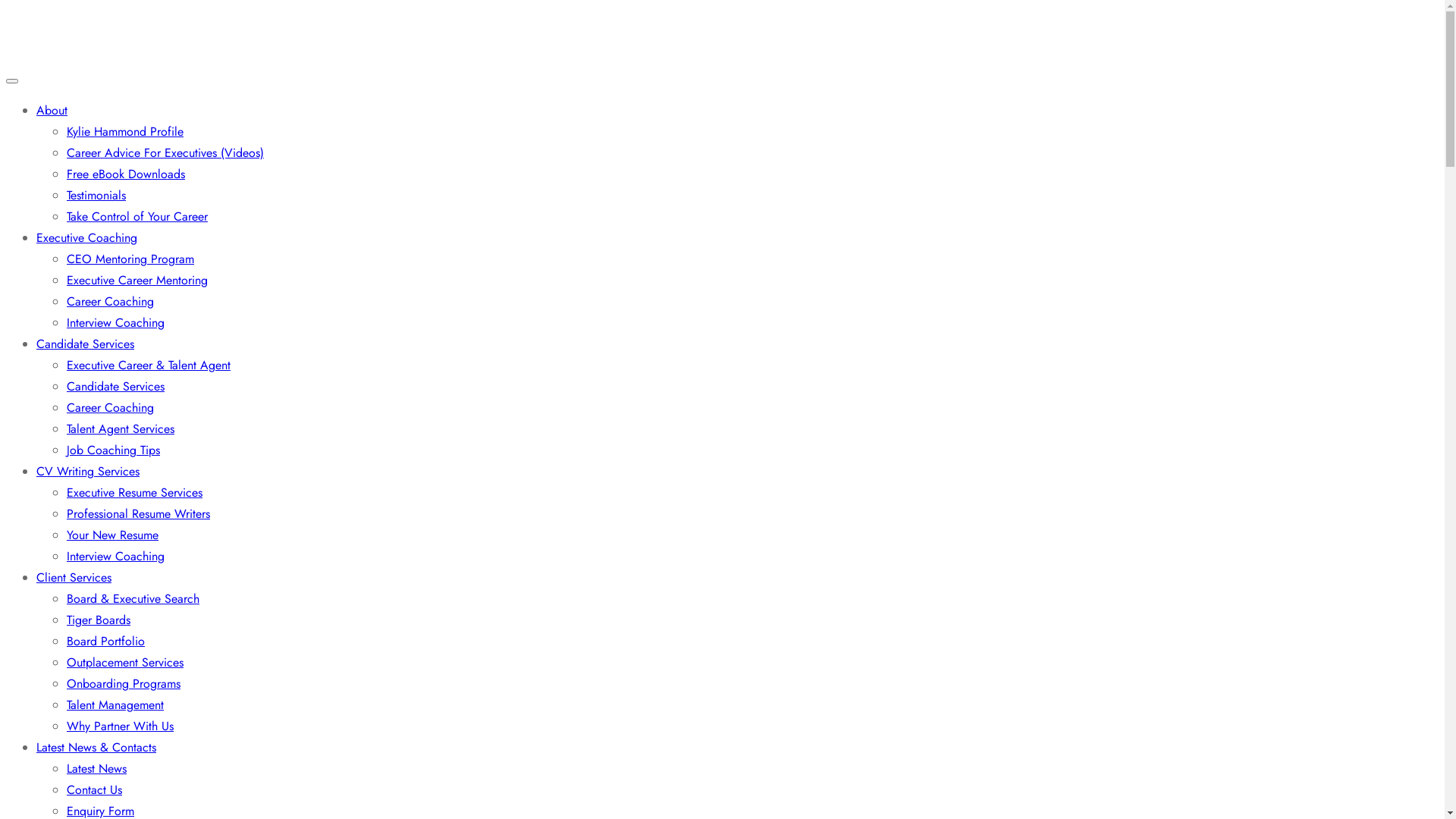 The image size is (1456, 819). Describe the element at coordinates (95, 746) in the screenshot. I see `'Latest News & Contacts'` at that location.